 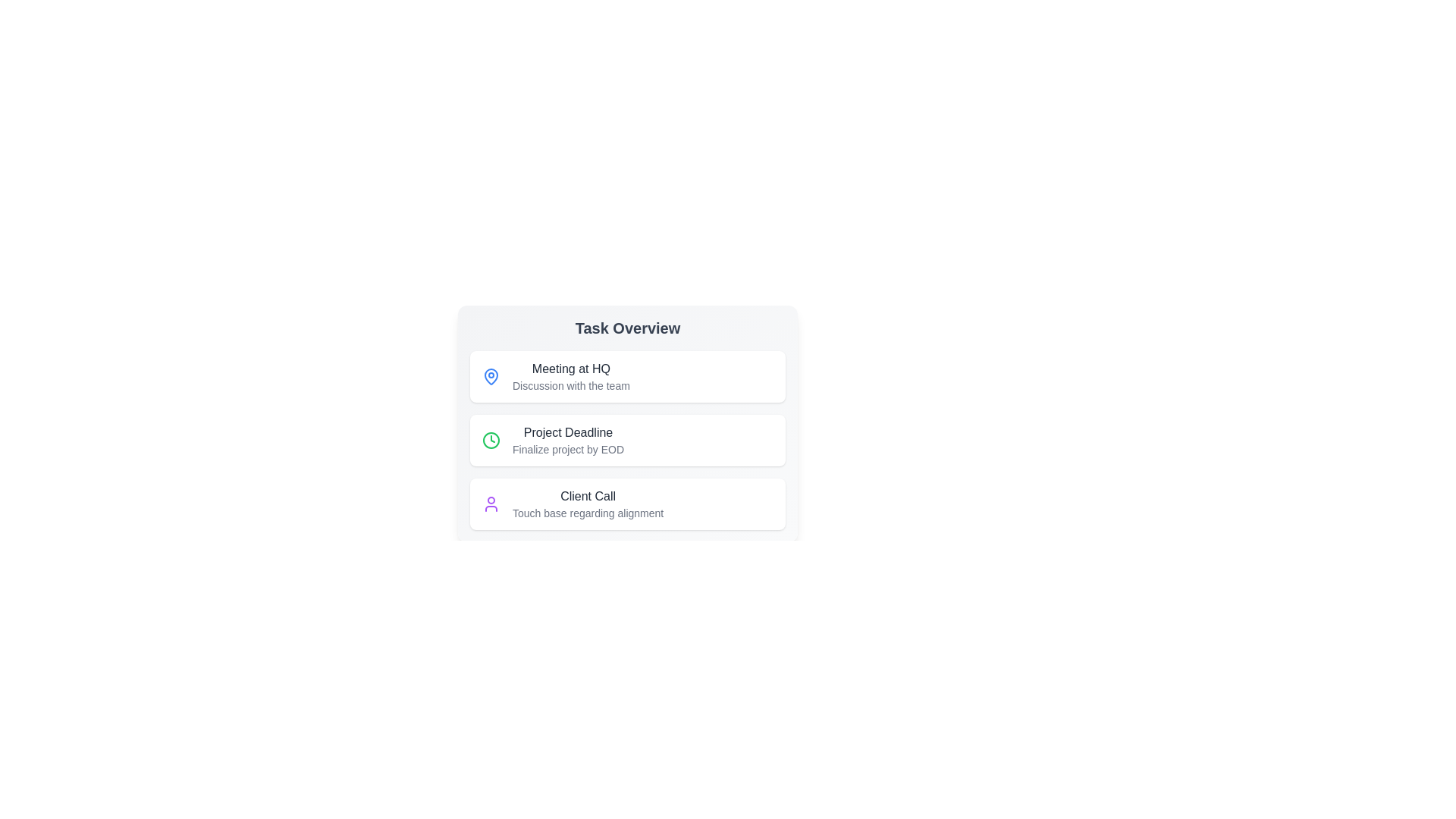 I want to click on the icon next to the list item Client Call to perform its associated action, so click(x=491, y=504).